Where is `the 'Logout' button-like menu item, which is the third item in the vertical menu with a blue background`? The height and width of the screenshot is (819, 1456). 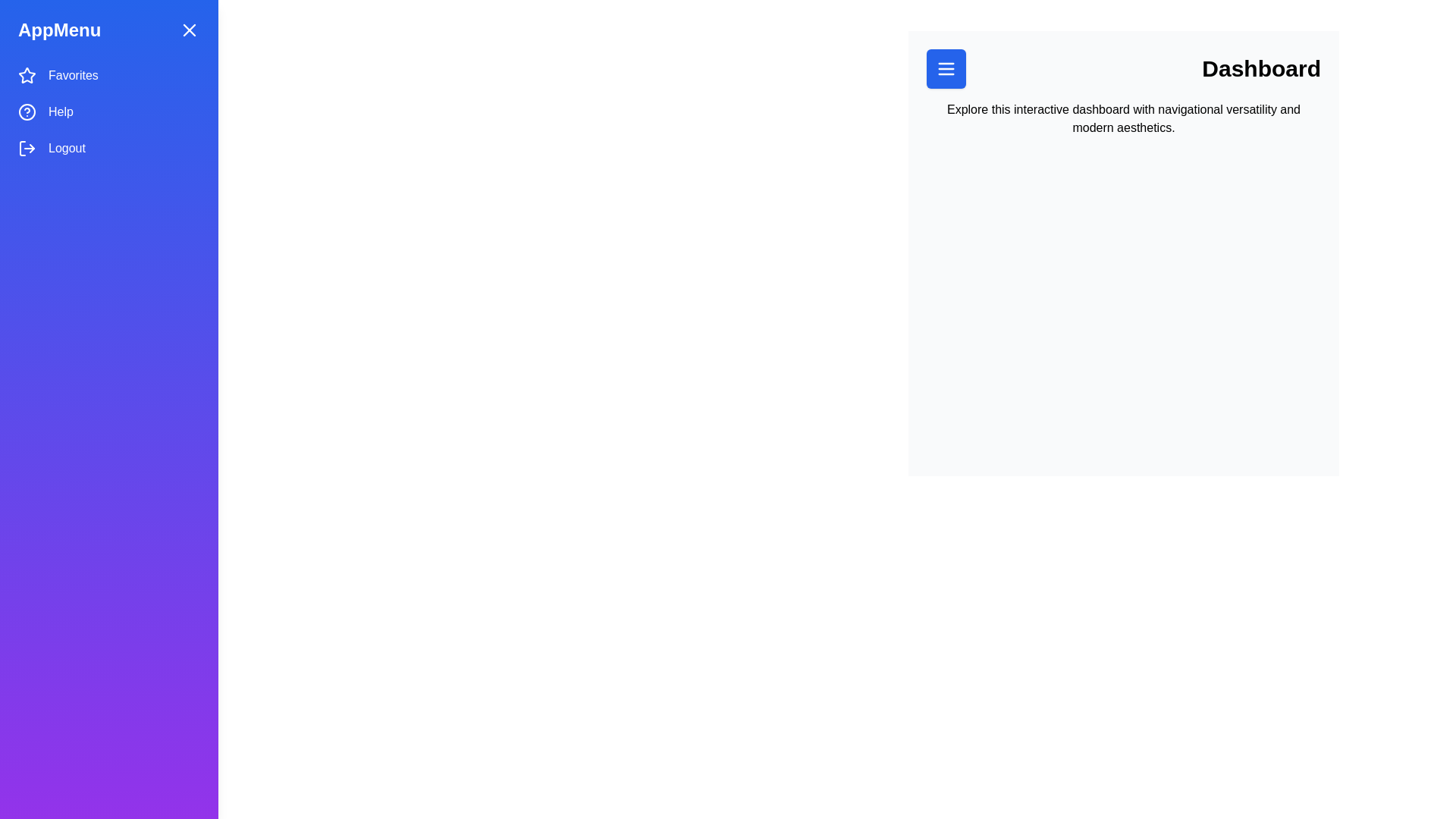 the 'Logout' button-like menu item, which is the third item in the vertical menu with a blue background is located at coordinates (108, 149).